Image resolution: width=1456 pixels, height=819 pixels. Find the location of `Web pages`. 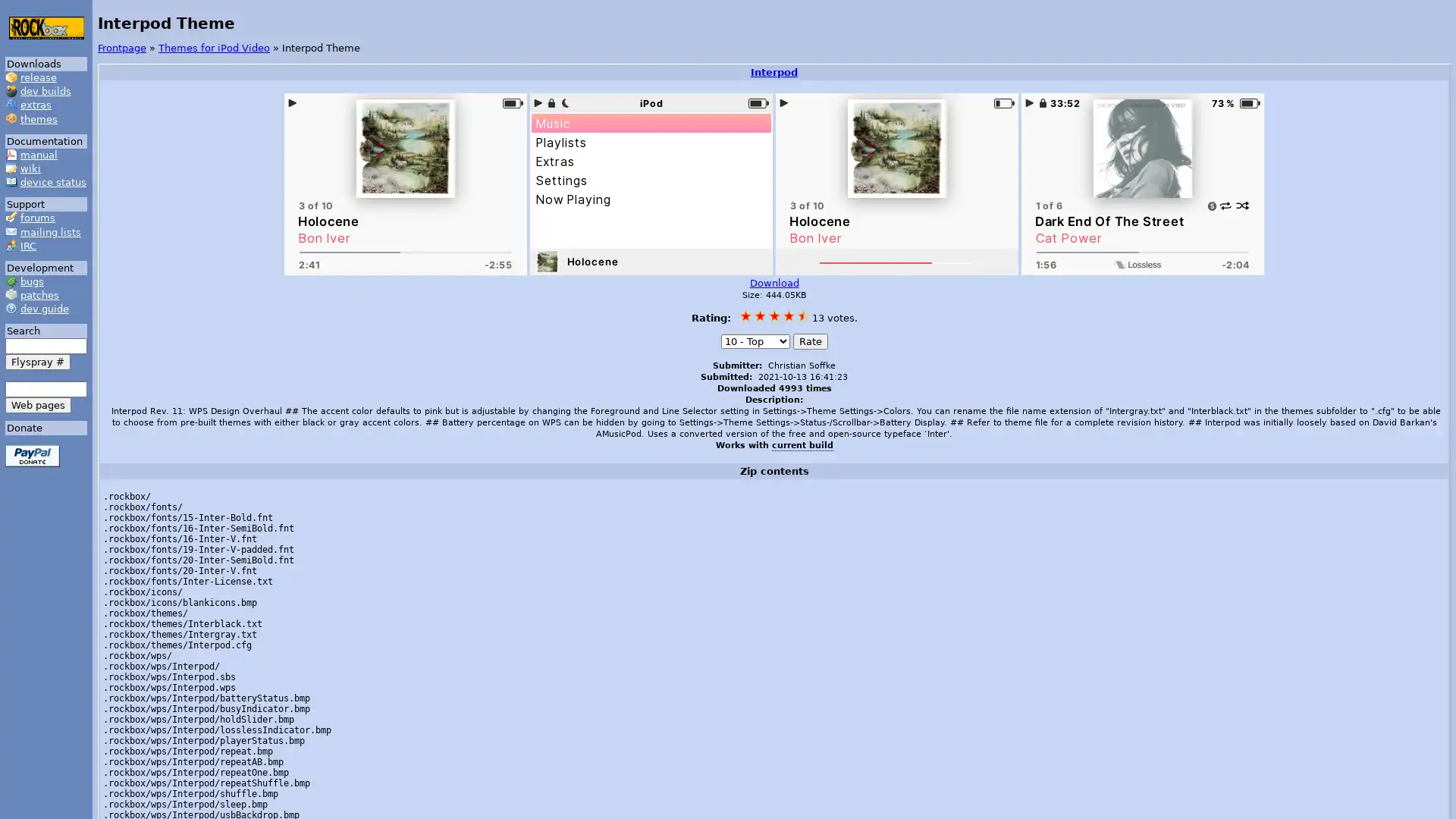

Web pages is located at coordinates (38, 404).